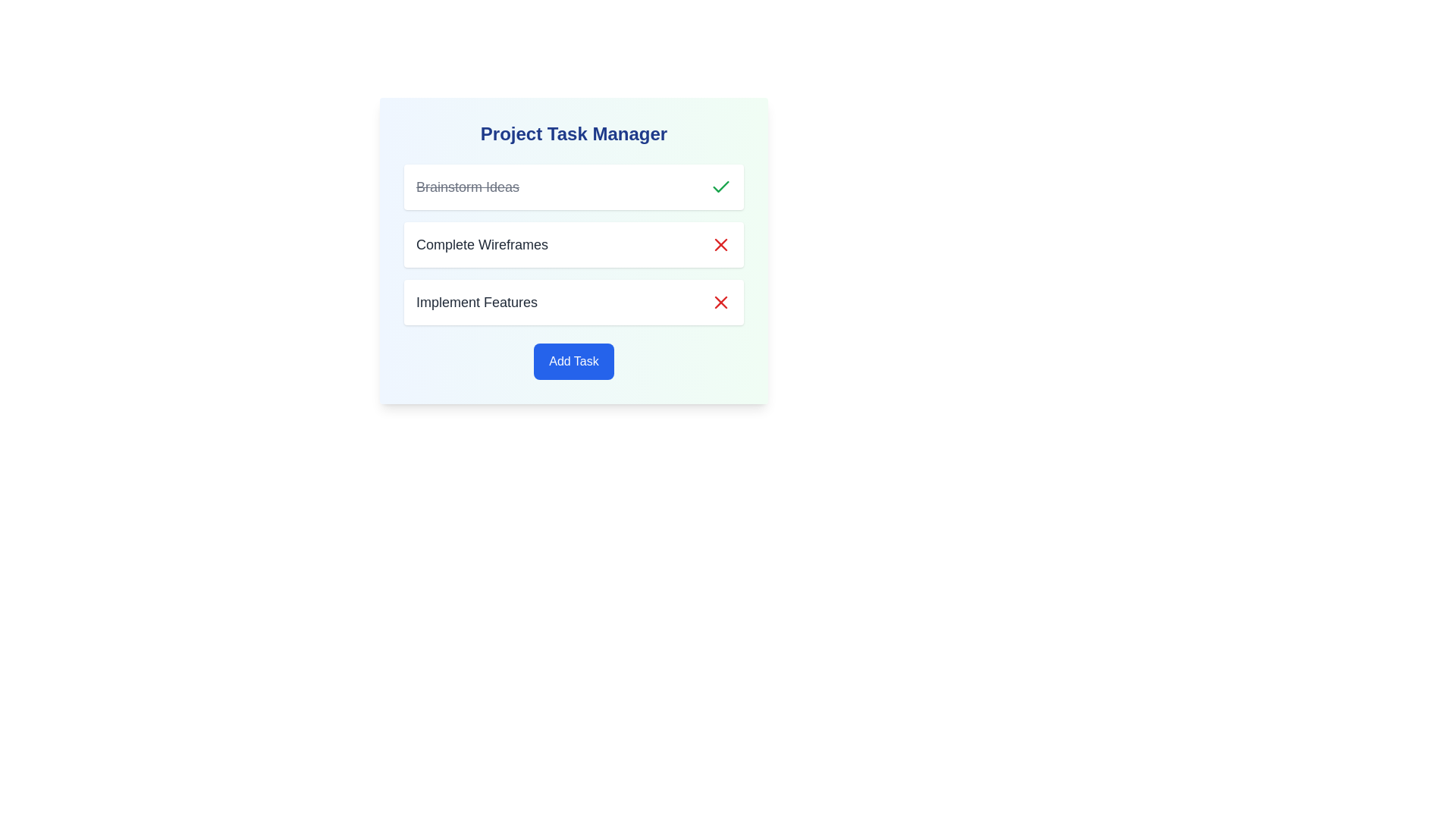  Describe the element at coordinates (467, 186) in the screenshot. I see `the text label displaying 'Brainstorm Ideas', which indicates that the task is completed with a strikethrough, located in the first task of a vertical list` at that location.